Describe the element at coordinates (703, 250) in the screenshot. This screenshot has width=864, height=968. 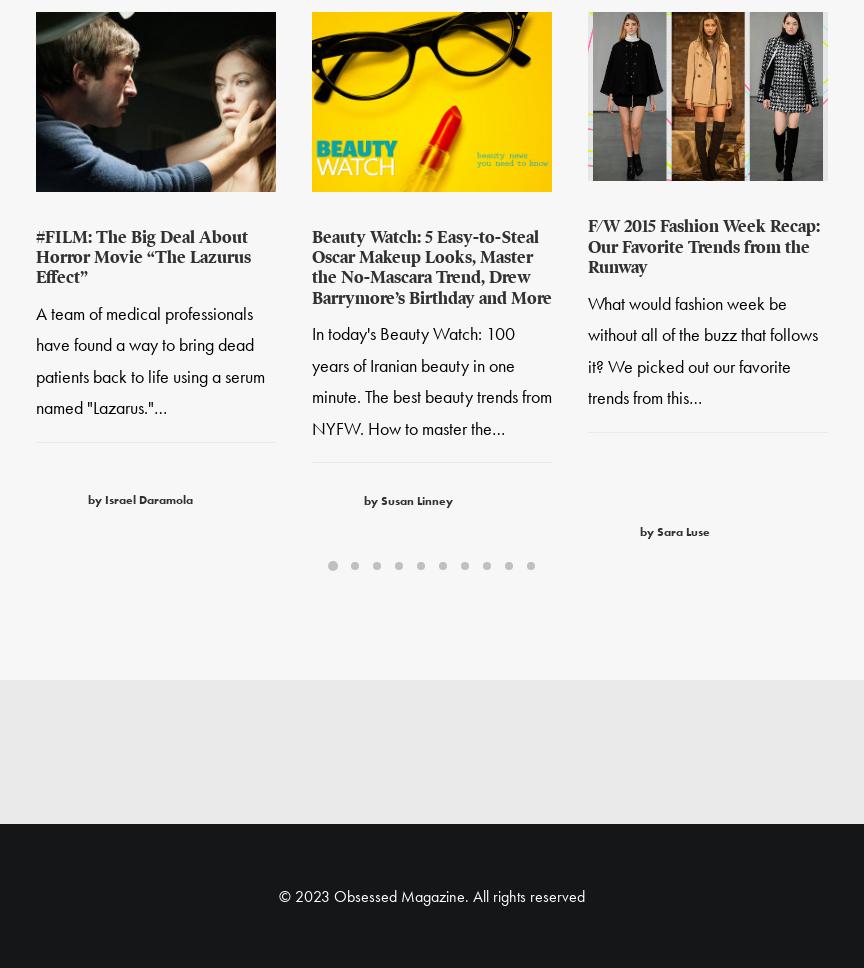
I see `'F/W 2015 Fashion Week Recap: Our Favorite Trends from the Runway'` at that location.